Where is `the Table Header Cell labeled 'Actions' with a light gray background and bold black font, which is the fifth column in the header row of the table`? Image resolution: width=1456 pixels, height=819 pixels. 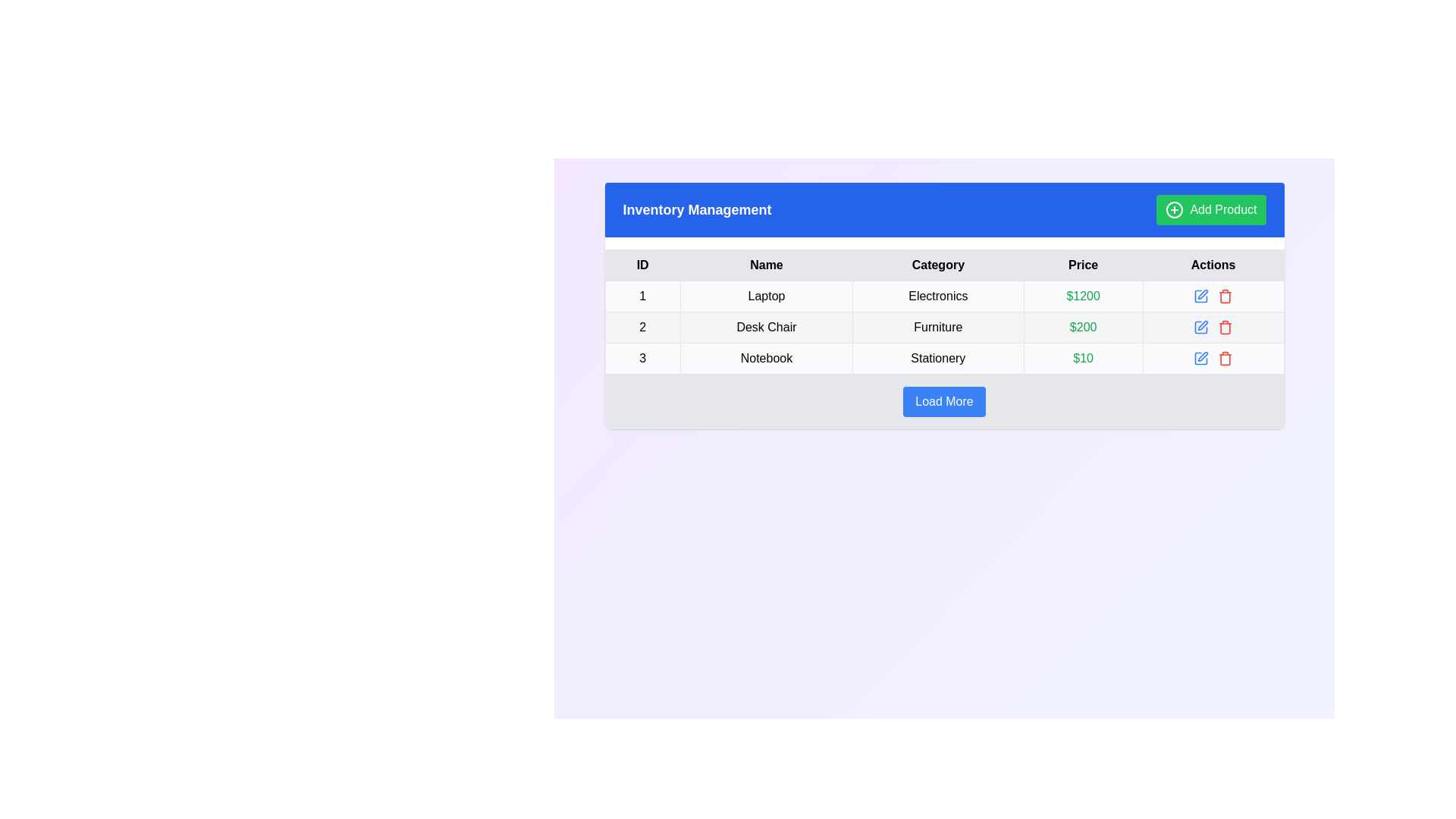
the Table Header Cell labeled 'Actions' with a light gray background and bold black font, which is the fifth column in the header row of the table is located at coordinates (1213, 265).